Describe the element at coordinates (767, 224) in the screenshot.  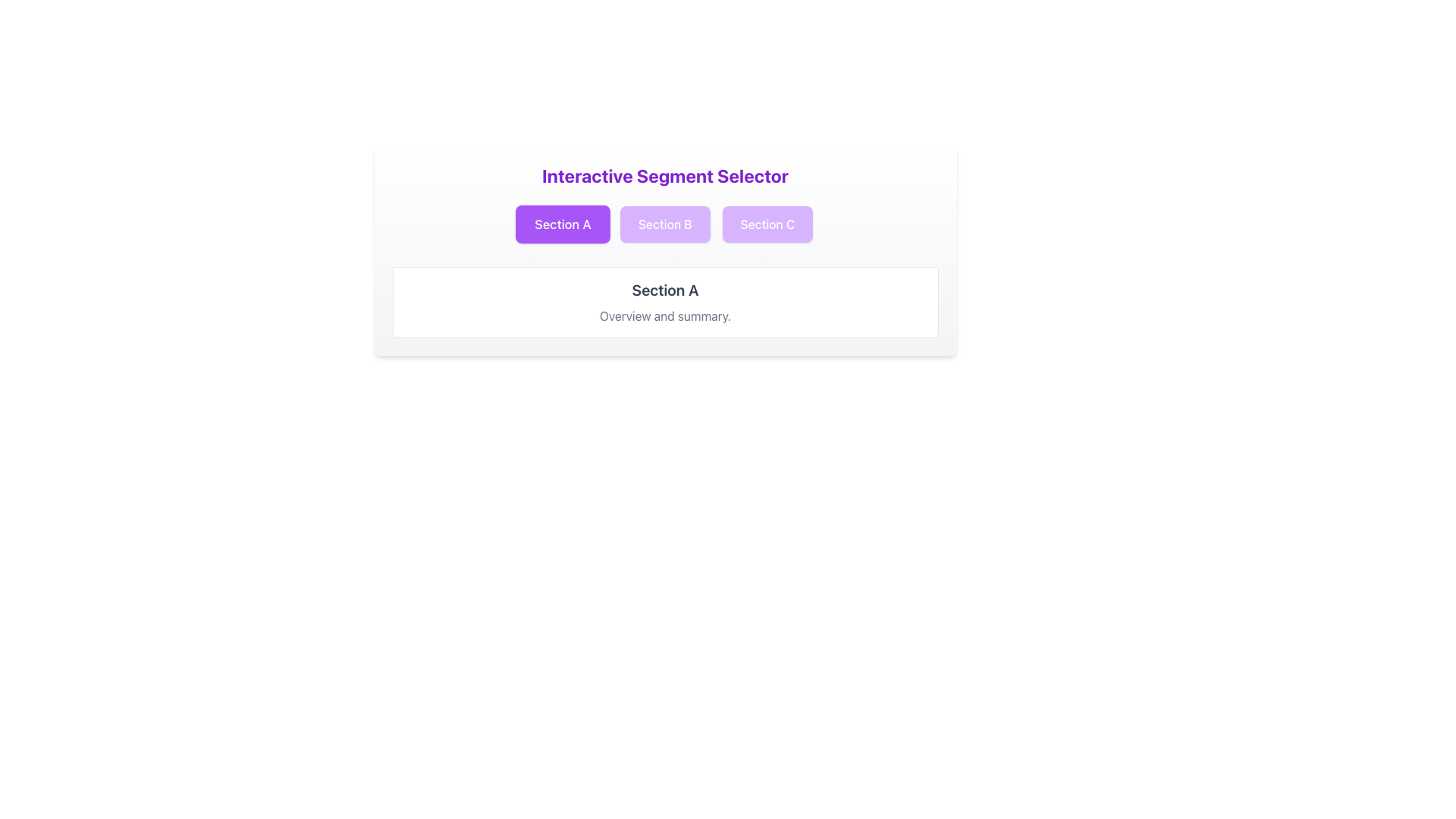
I see `the last button in the horizontal group of three buttons below the heading 'Interactive Segment Selector'` at that location.